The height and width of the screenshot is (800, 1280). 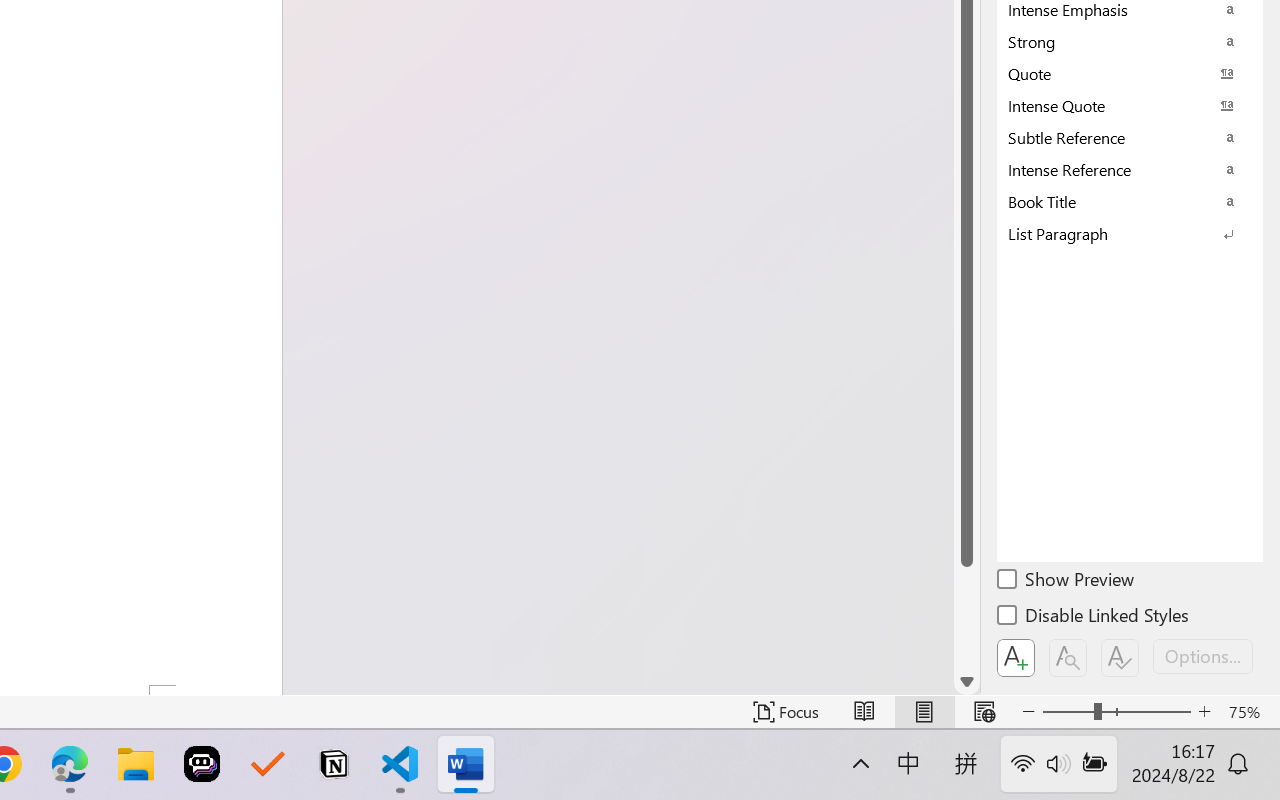 What do you see at coordinates (1130, 104) in the screenshot?
I see `'Intense Quote'` at bounding box center [1130, 104].